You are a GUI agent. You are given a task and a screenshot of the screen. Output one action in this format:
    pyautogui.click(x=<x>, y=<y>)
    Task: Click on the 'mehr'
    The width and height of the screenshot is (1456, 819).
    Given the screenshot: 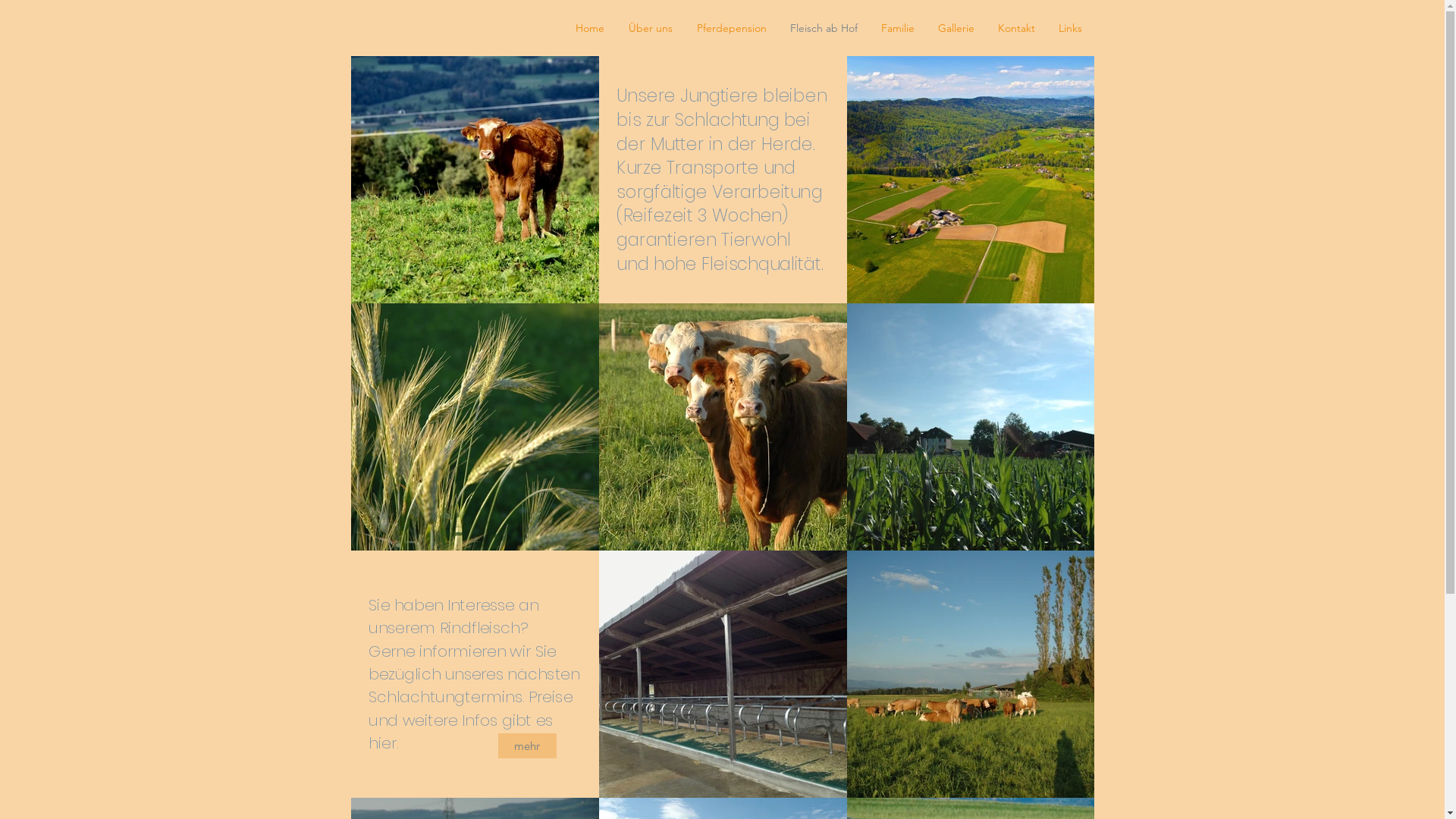 What is the action you would take?
    pyautogui.click(x=526, y=745)
    